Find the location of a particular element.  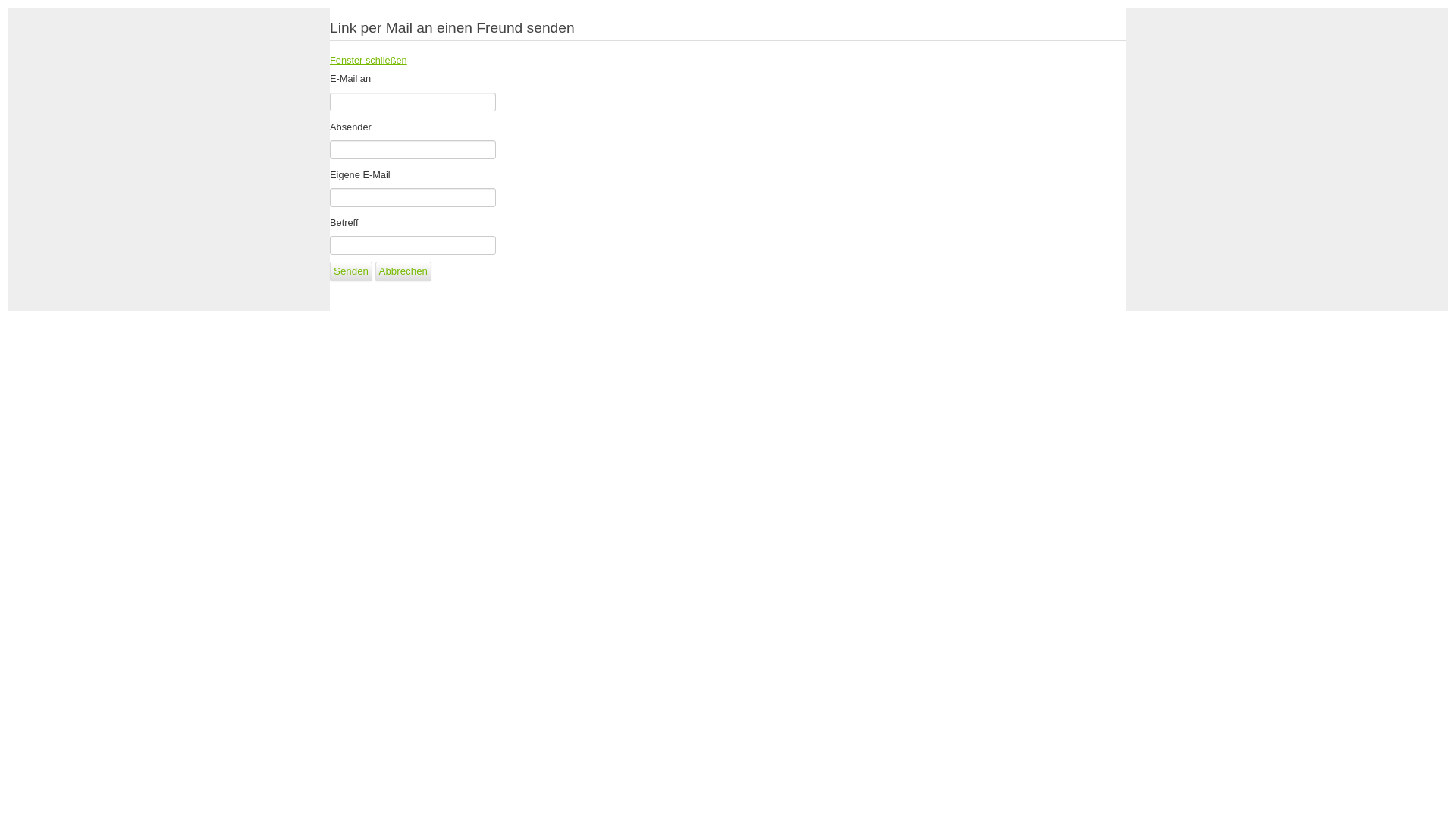

'Senden' is located at coordinates (350, 271).